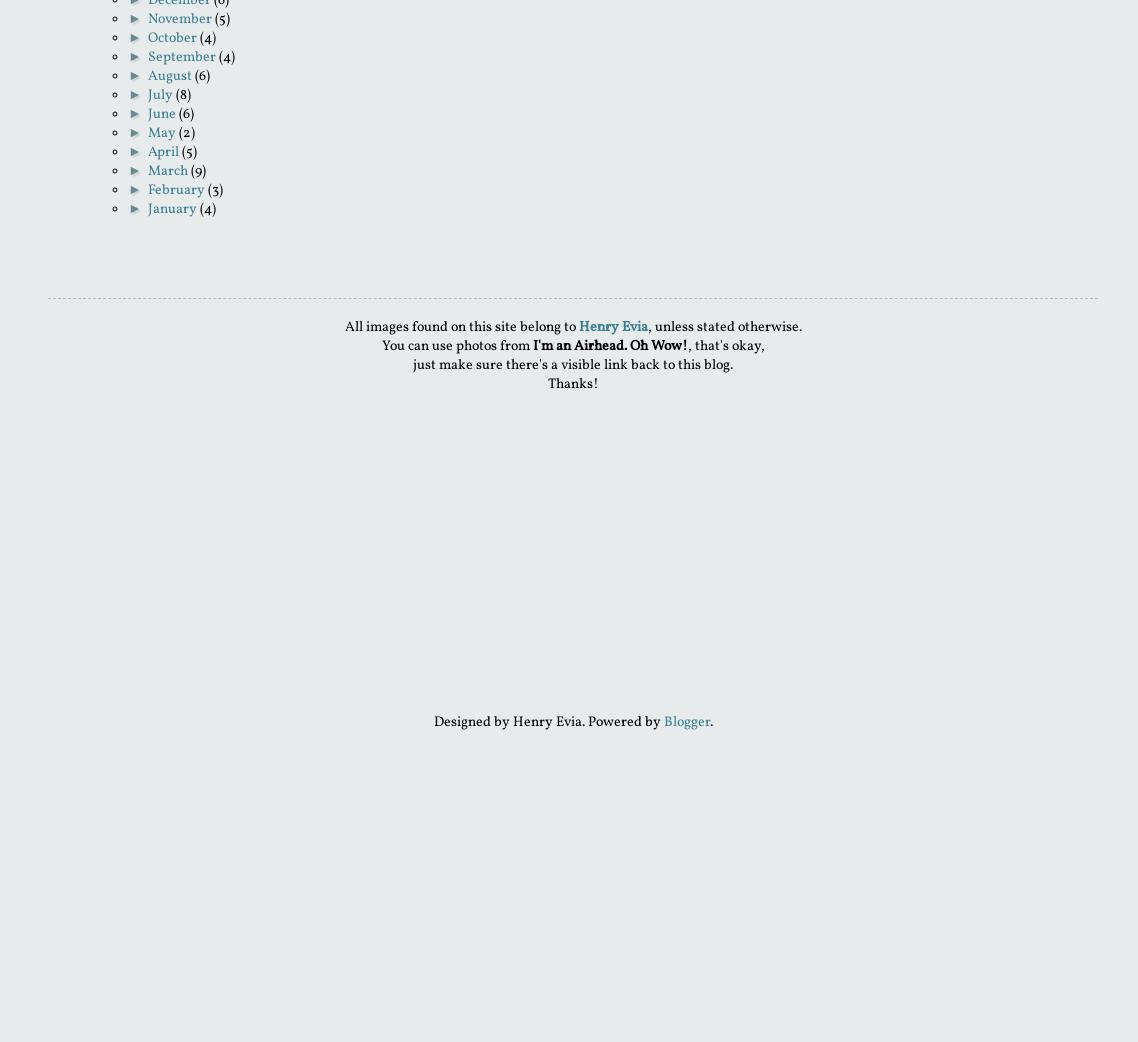  What do you see at coordinates (181, 95) in the screenshot?
I see `'(8)'` at bounding box center [181, 95].